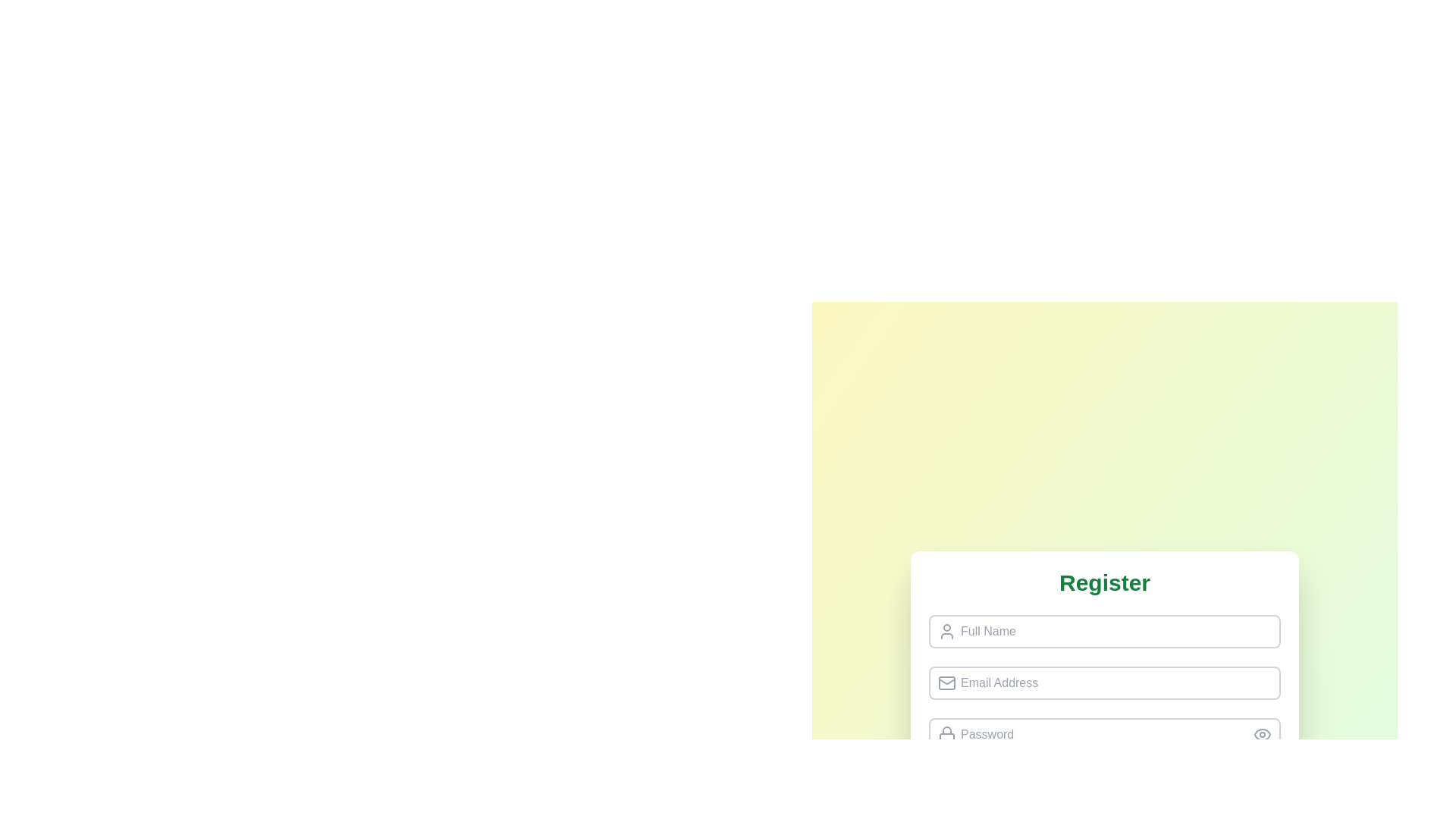 Image resolution: width=1456 pixels, height=819 pixels. I want to click on the button with an embedded SVG icon located at the far right of the 'Password' input field, so click(1263, 733).